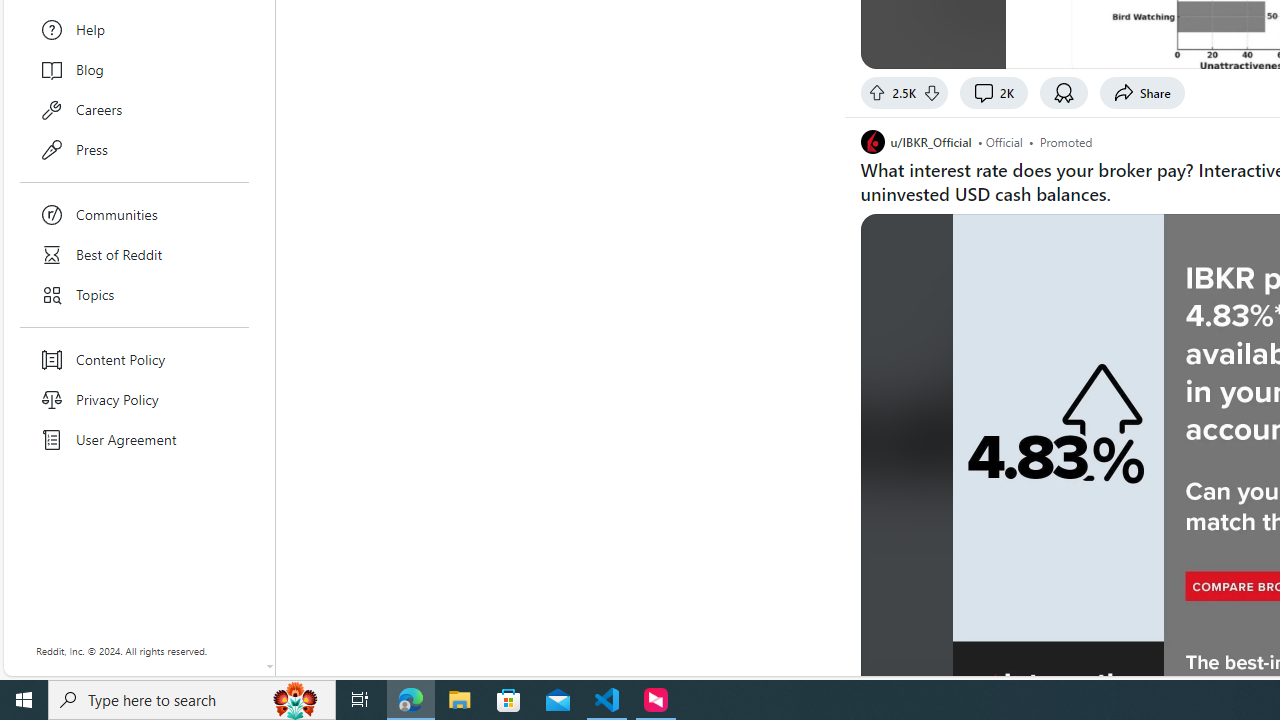 This screenshot has height=720, width=1280. Describe the element at coordinates (931, 92) in the screenshot. I see `'Downvote'` at that location.